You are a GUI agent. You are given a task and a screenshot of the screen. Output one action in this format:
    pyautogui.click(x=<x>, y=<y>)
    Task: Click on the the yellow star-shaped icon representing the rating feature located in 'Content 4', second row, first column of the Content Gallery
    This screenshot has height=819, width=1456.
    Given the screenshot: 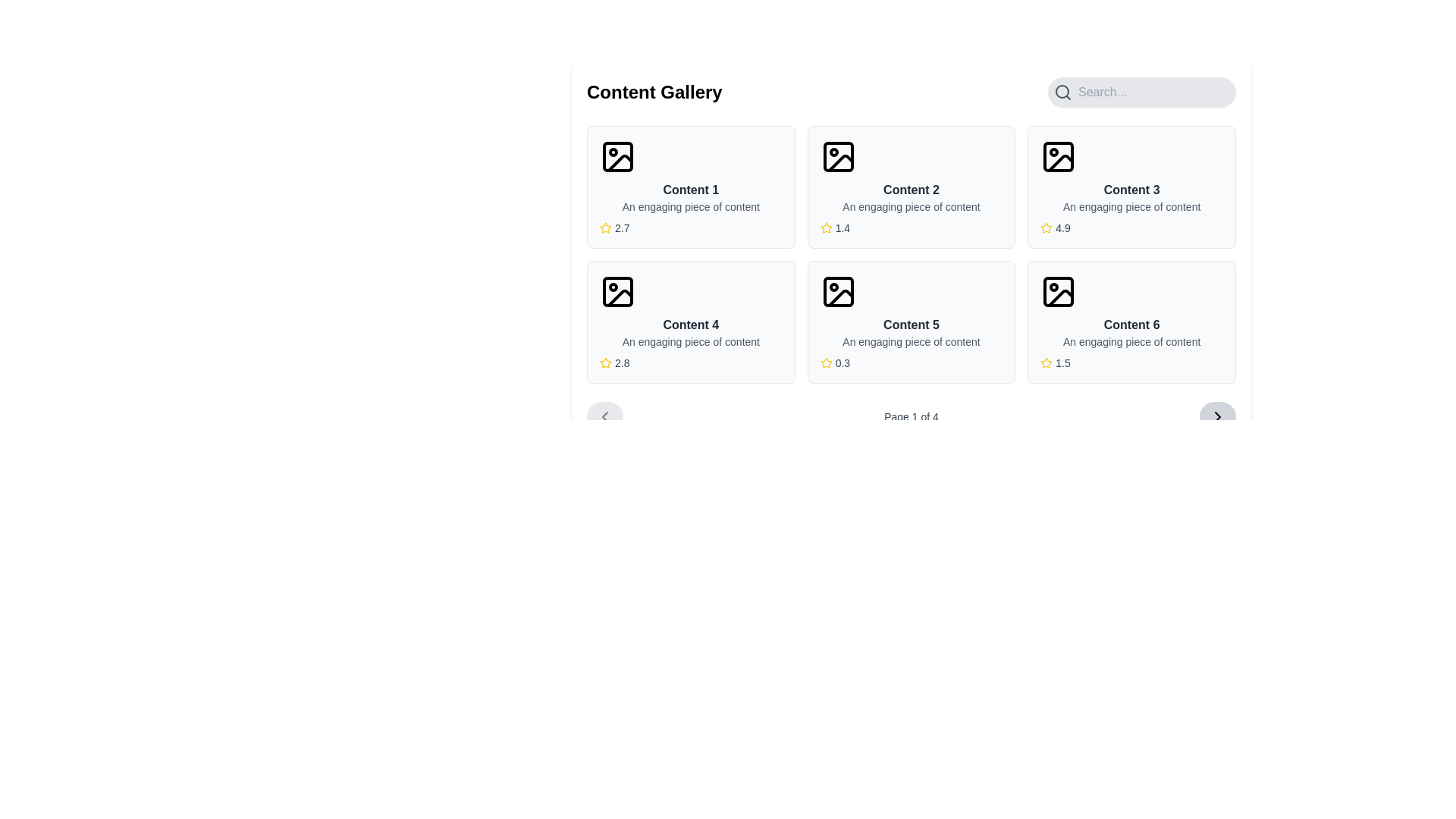 What is the action you would take?
    pyautogui.click(x=604, y=362)
    